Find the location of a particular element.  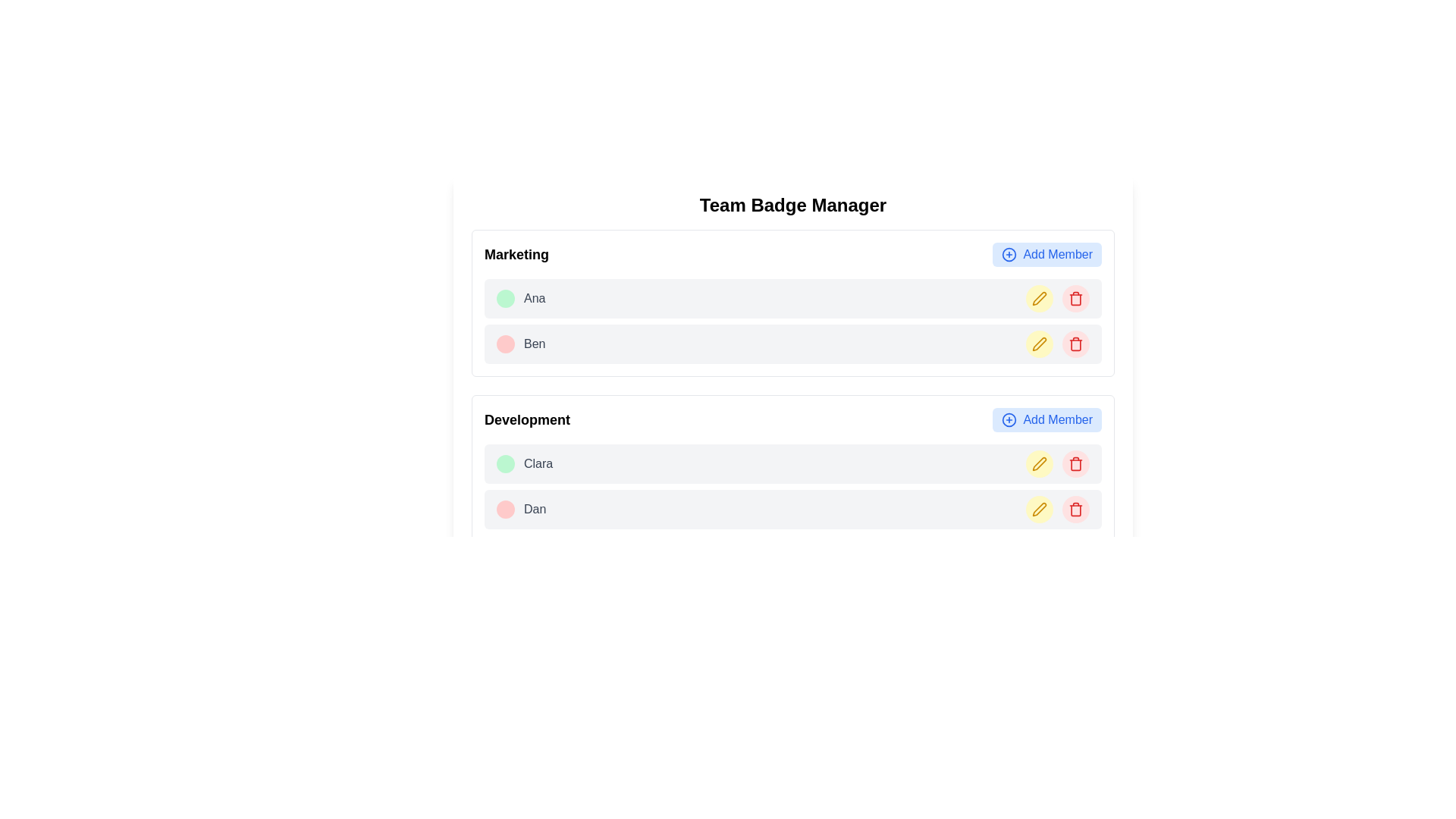

the SVG circle element representing the 'circle plus' icon within the 'Add Member' button of the 'Development' section in the 'Team Badge Manager' interface is located at coordinates (1009, 420).